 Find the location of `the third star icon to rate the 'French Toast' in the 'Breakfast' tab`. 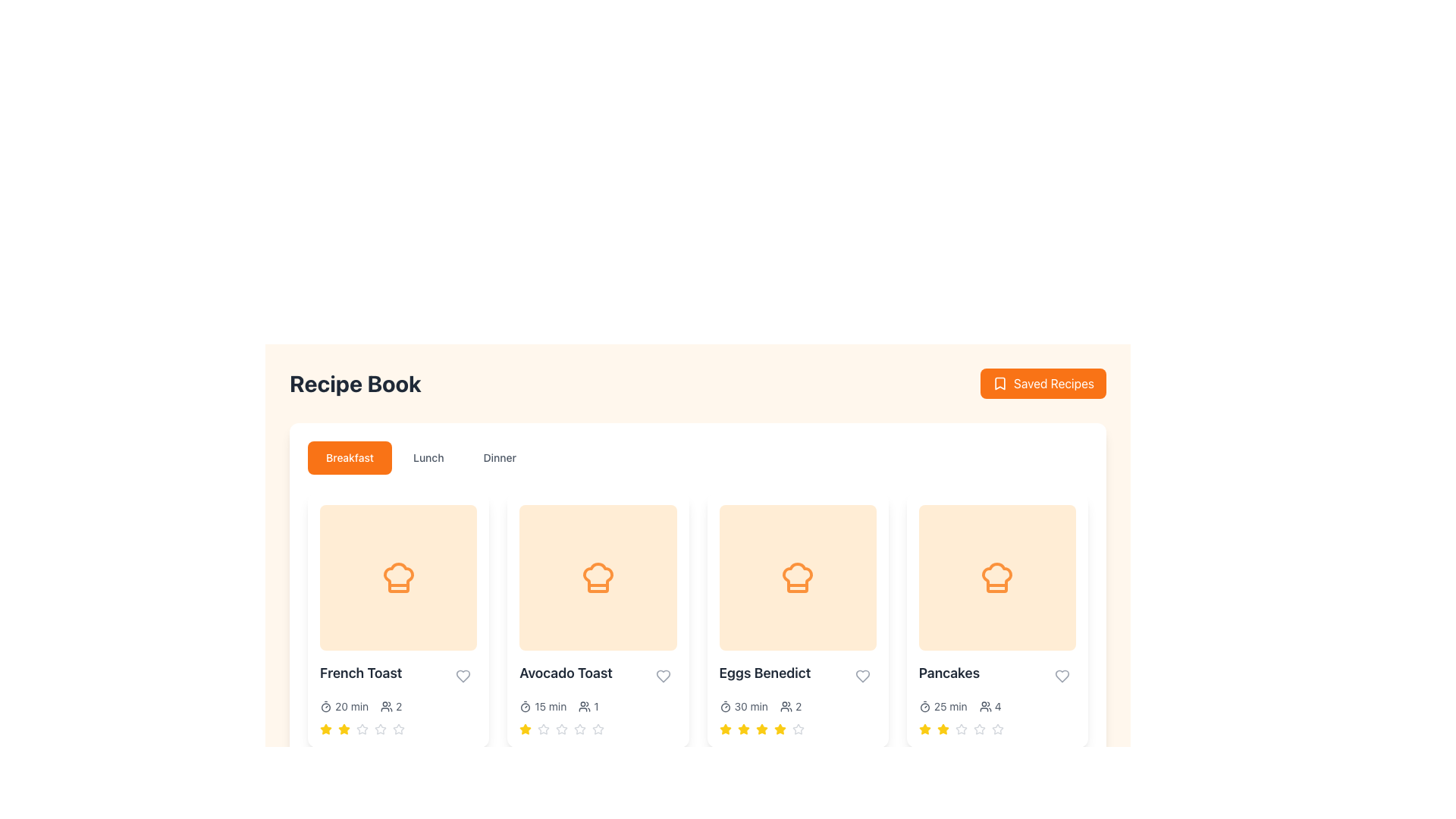

the third star icon to rate the 'French Toast' in the 'Breakfast' tab is located at coordinates (362, 728).